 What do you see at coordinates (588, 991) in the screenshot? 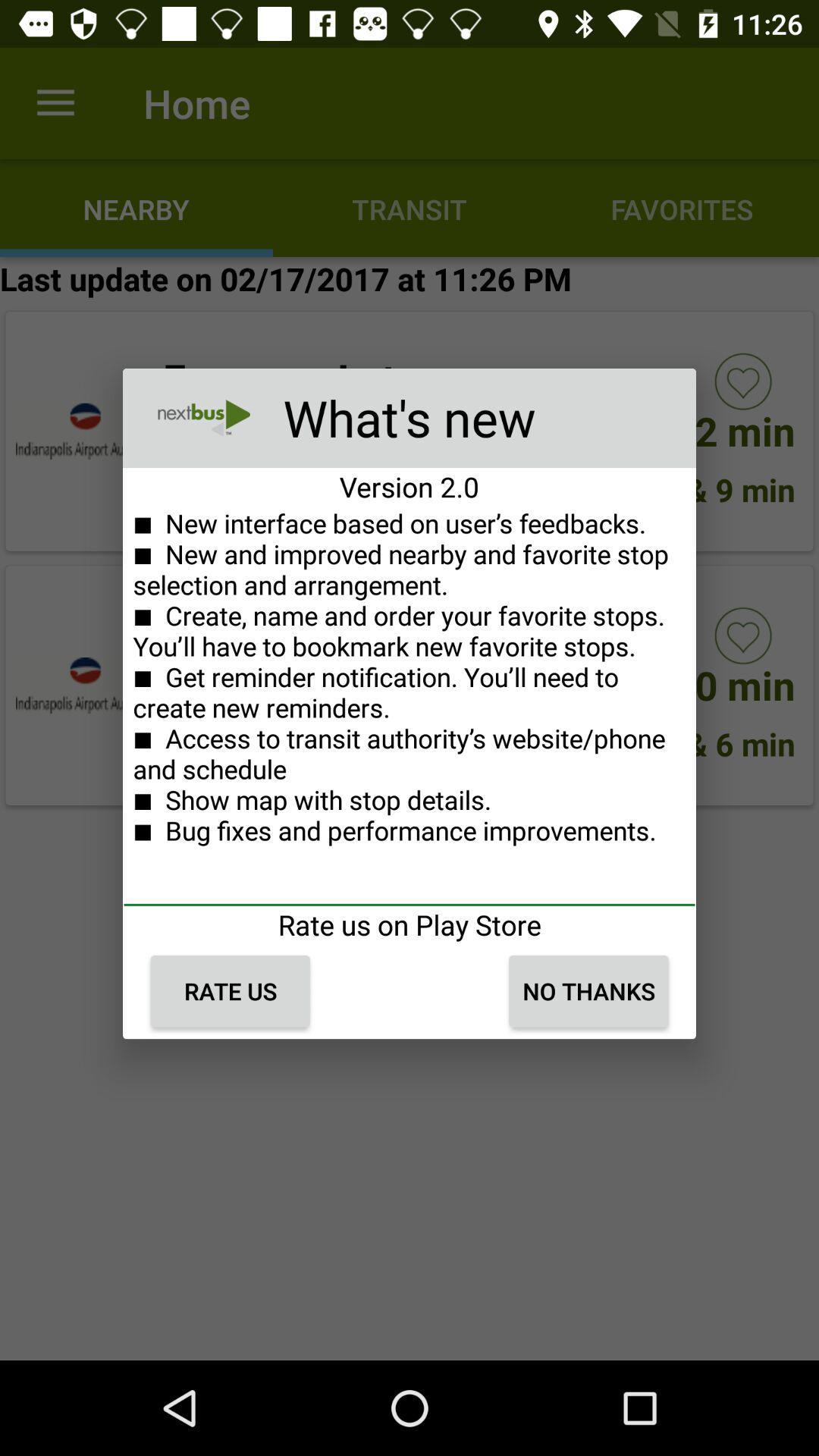
I see `icon below rate us on` at bounding box center [588, 991].